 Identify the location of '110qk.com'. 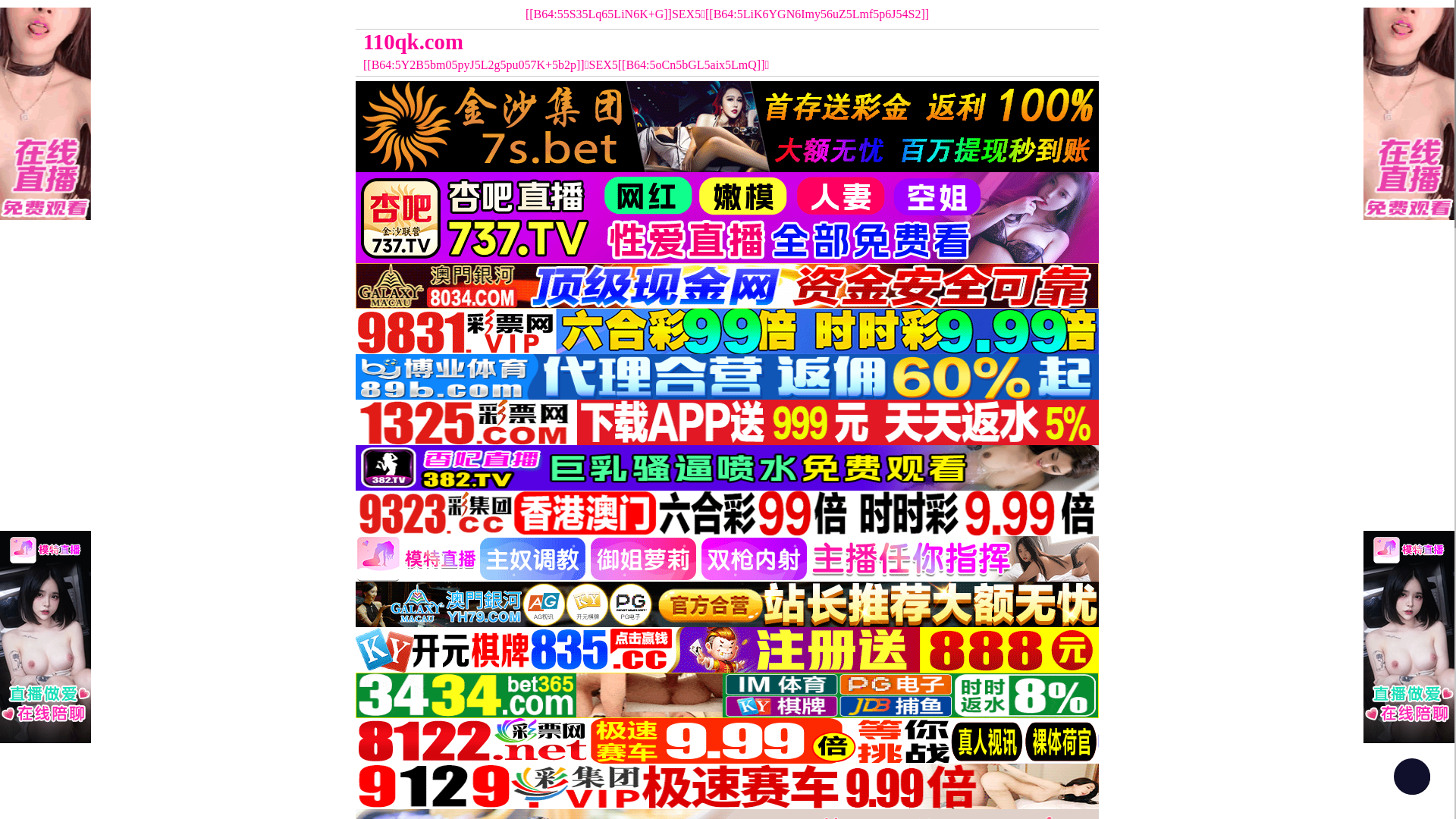
(634, 41).